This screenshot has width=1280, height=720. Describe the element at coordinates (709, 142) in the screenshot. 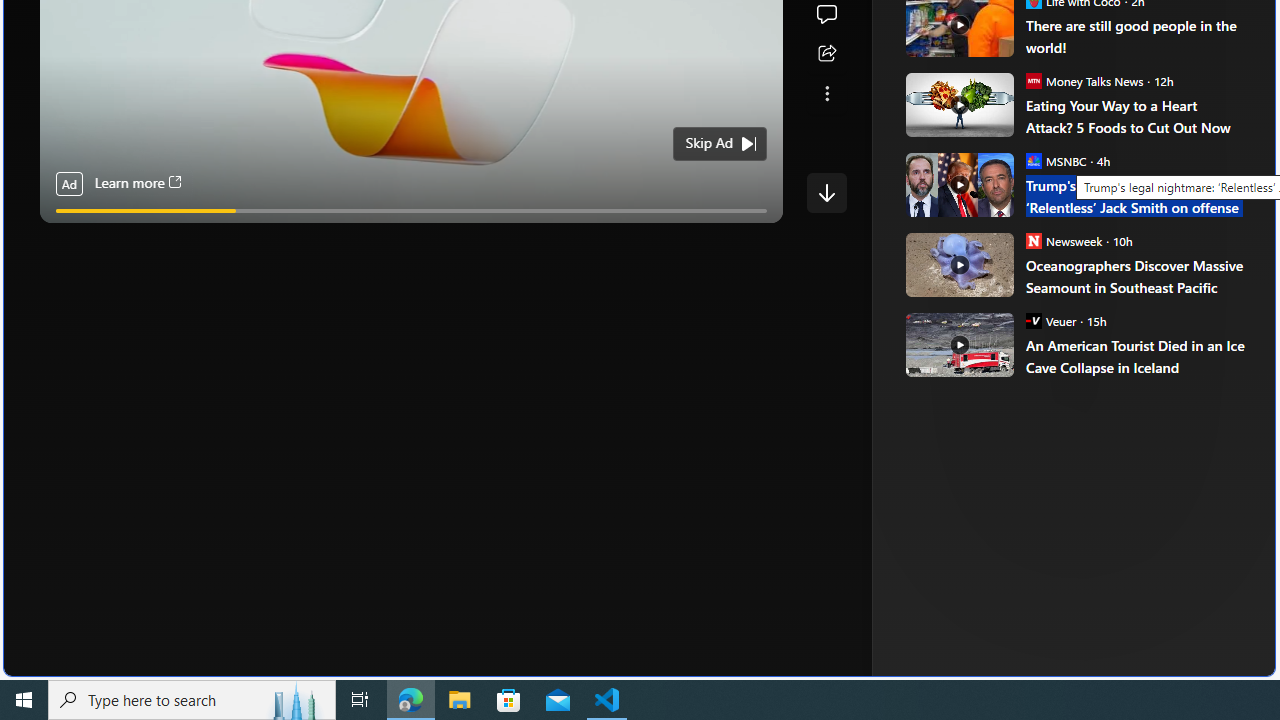

I see `'Skip Ad'` at that location.